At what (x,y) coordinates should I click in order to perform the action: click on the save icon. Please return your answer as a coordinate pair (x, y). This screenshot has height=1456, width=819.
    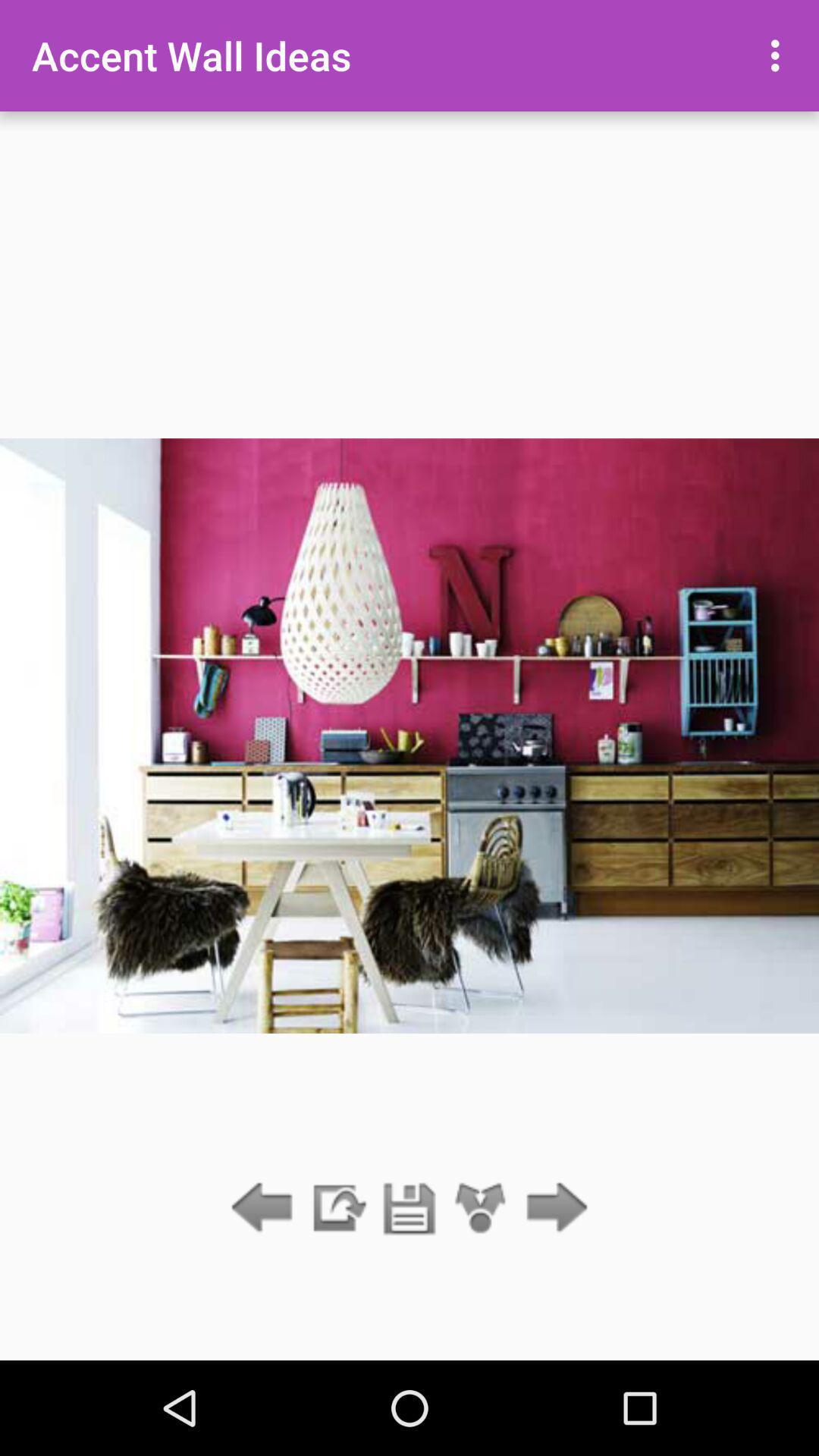
    Looking at the image, I should click on (409, 1208).